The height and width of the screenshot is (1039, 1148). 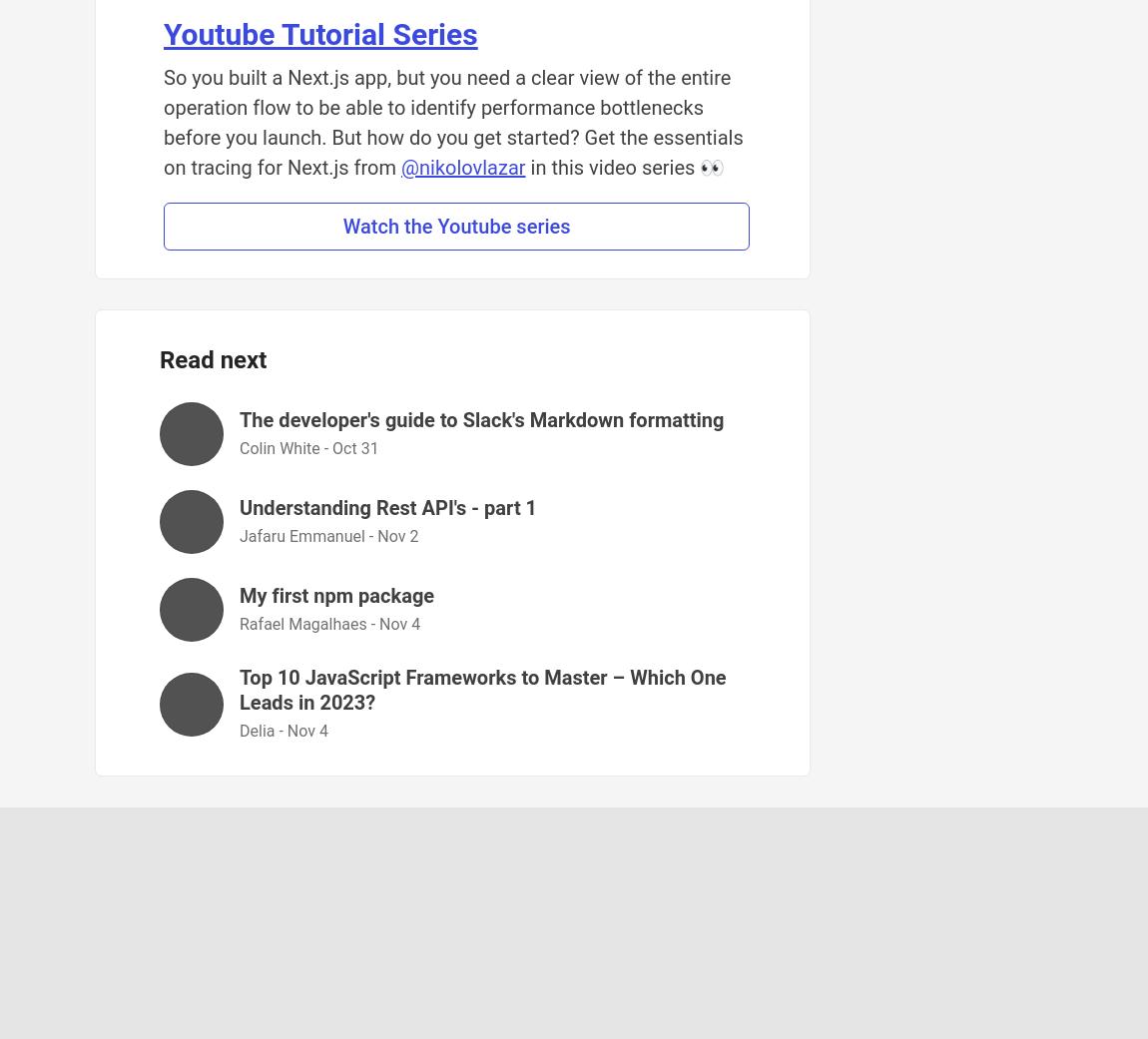 I want to click on 'open source', so click(x=452, y=956).